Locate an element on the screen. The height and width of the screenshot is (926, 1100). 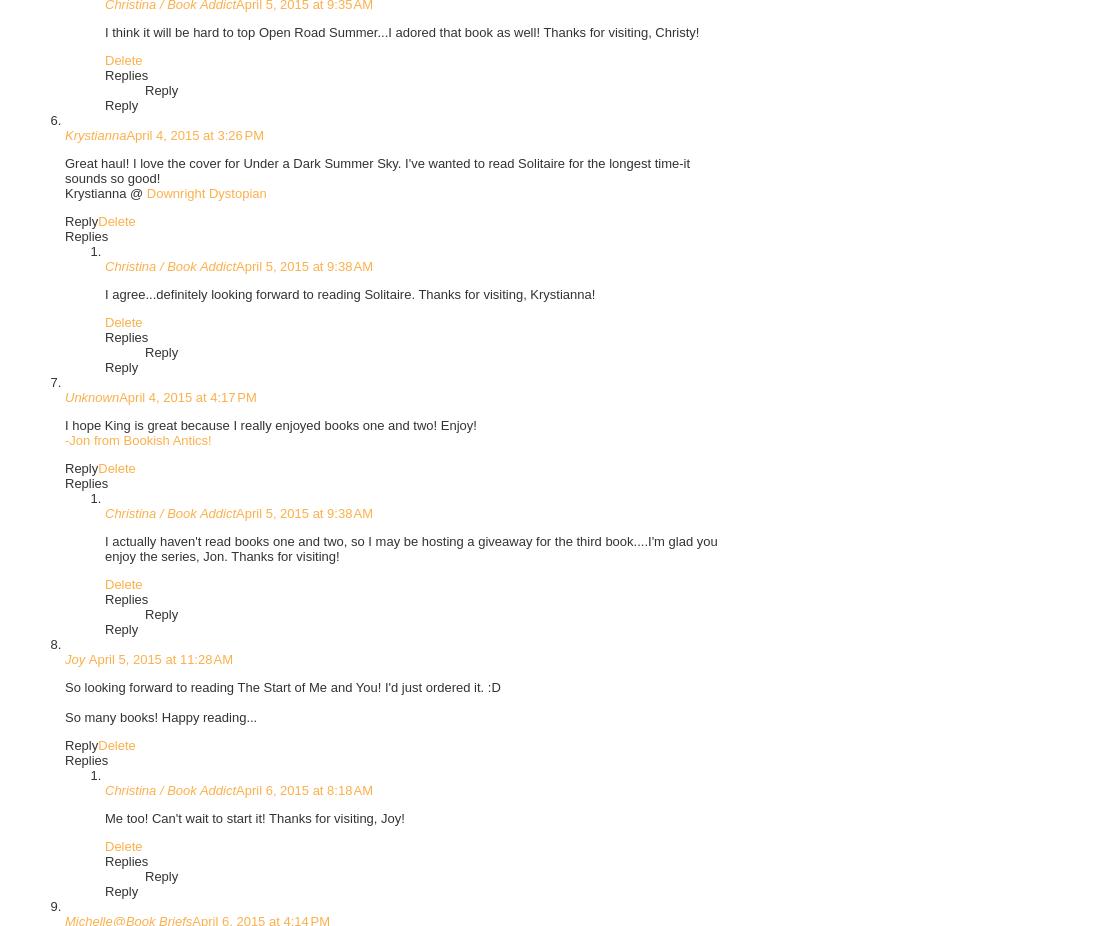
'Joy' is located at coordinates (76, 657).